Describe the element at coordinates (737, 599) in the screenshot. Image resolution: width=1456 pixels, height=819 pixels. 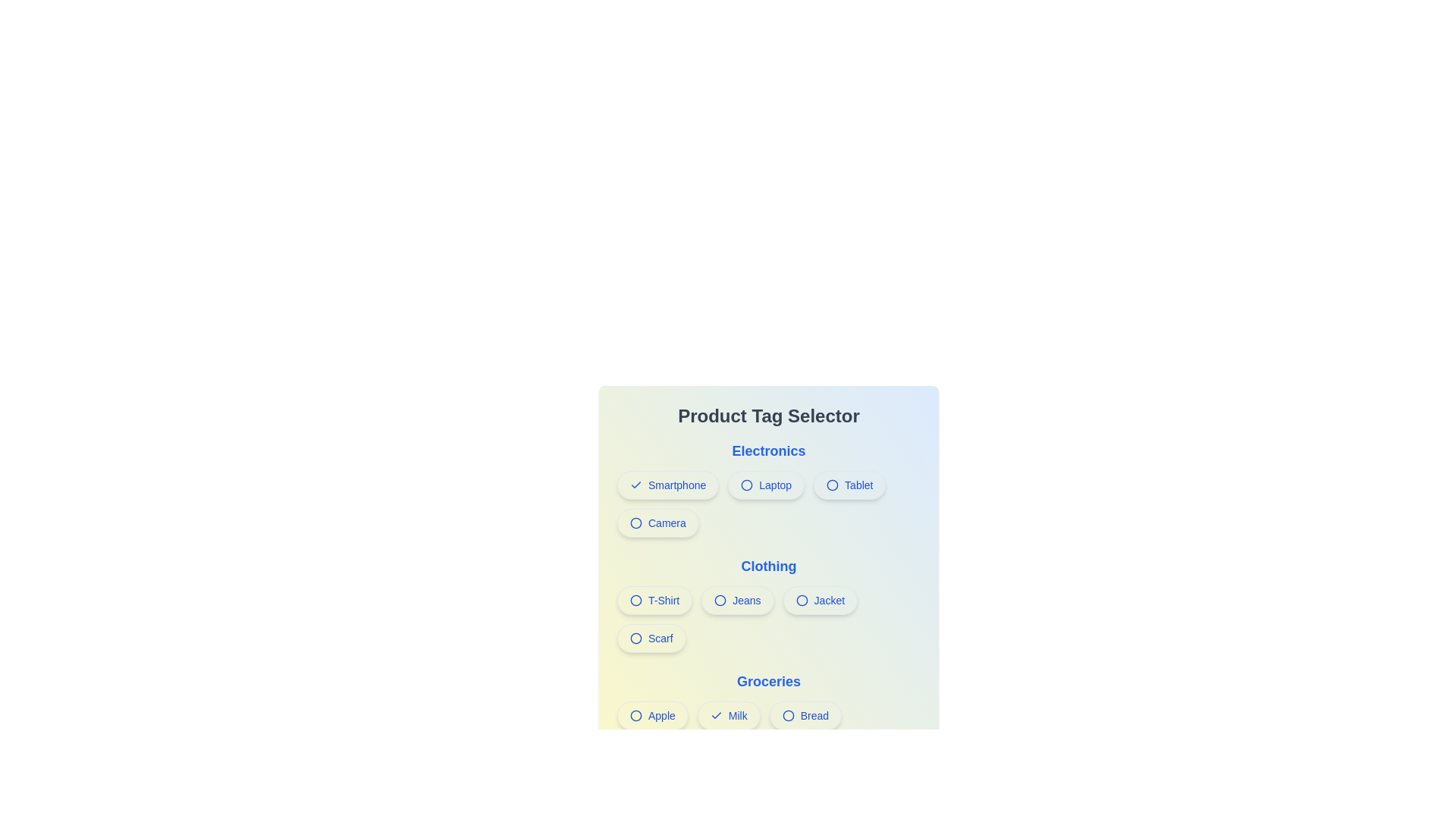
I see `the 'Jeans' button, which has a white background, gray border, blue text, and a circular radio button icon to its left, located in the second row of the 'Clothing' section` at that location.